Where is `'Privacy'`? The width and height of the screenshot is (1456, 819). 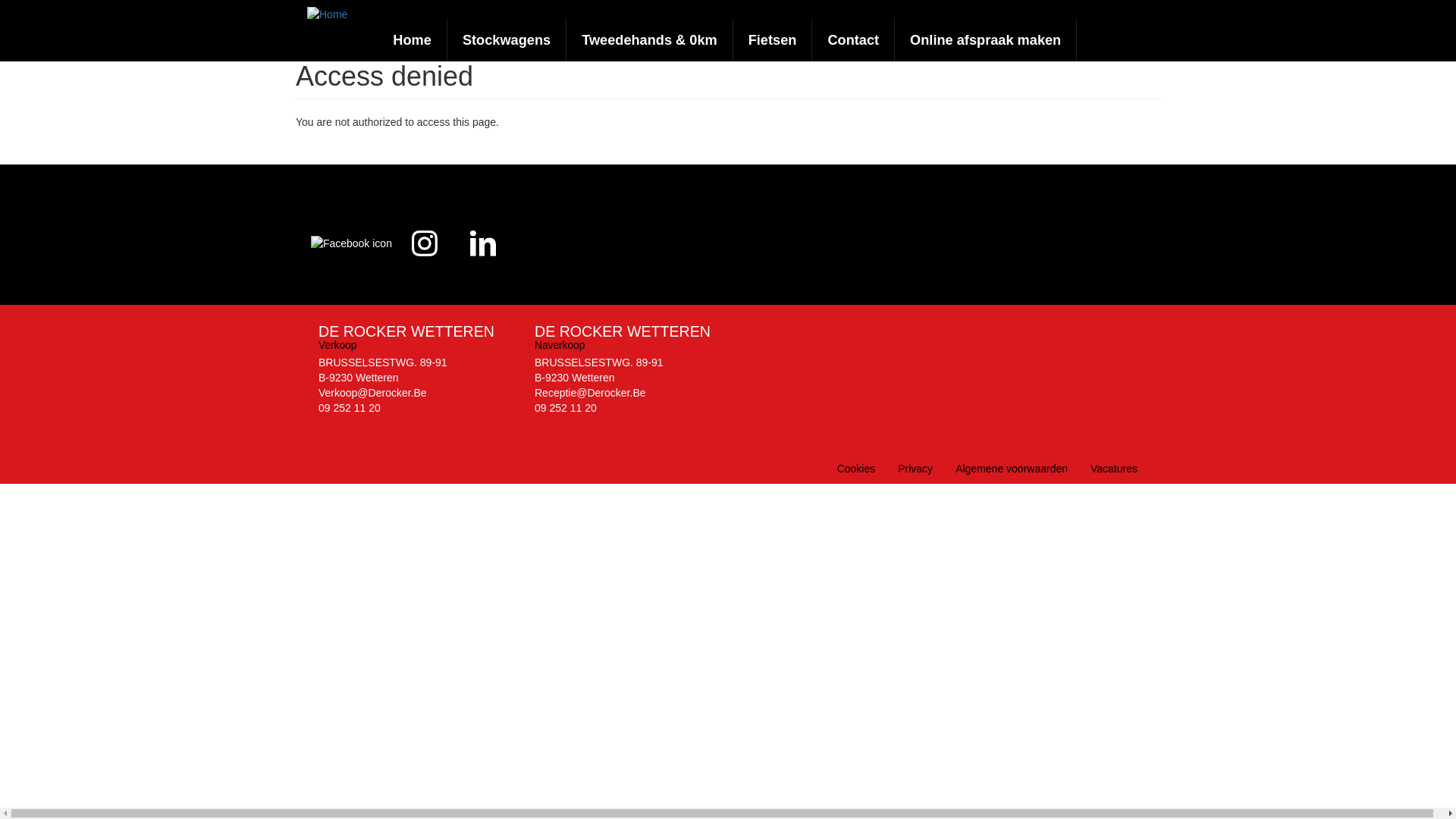 'Privacy' is located at coordinates (914, 467).